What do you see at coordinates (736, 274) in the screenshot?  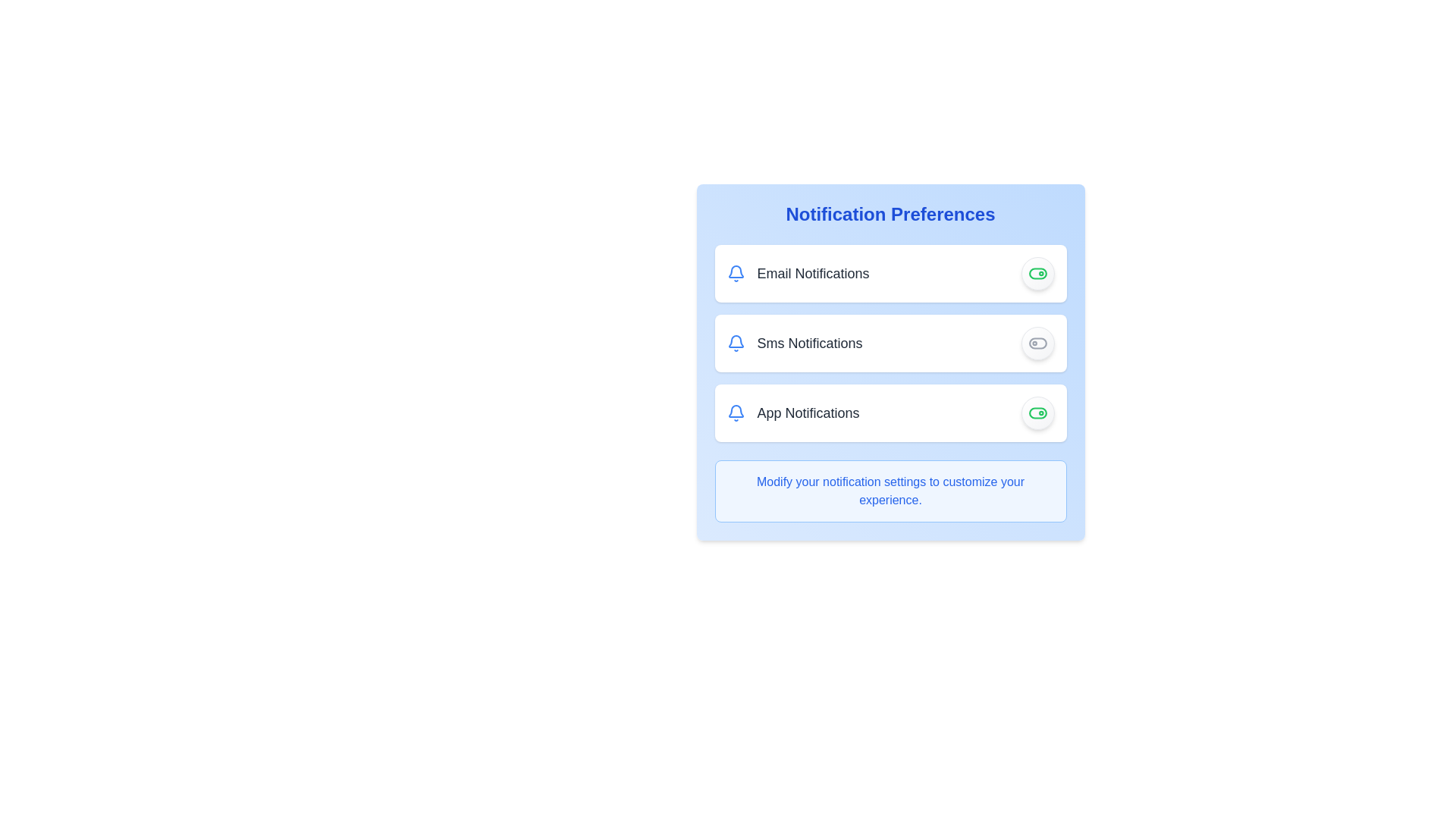 I see `the blue bell-shaped notification icon located to the left of the 'Email Notifications' label in the first row of the notification options list` at bounding box center [736, 274].